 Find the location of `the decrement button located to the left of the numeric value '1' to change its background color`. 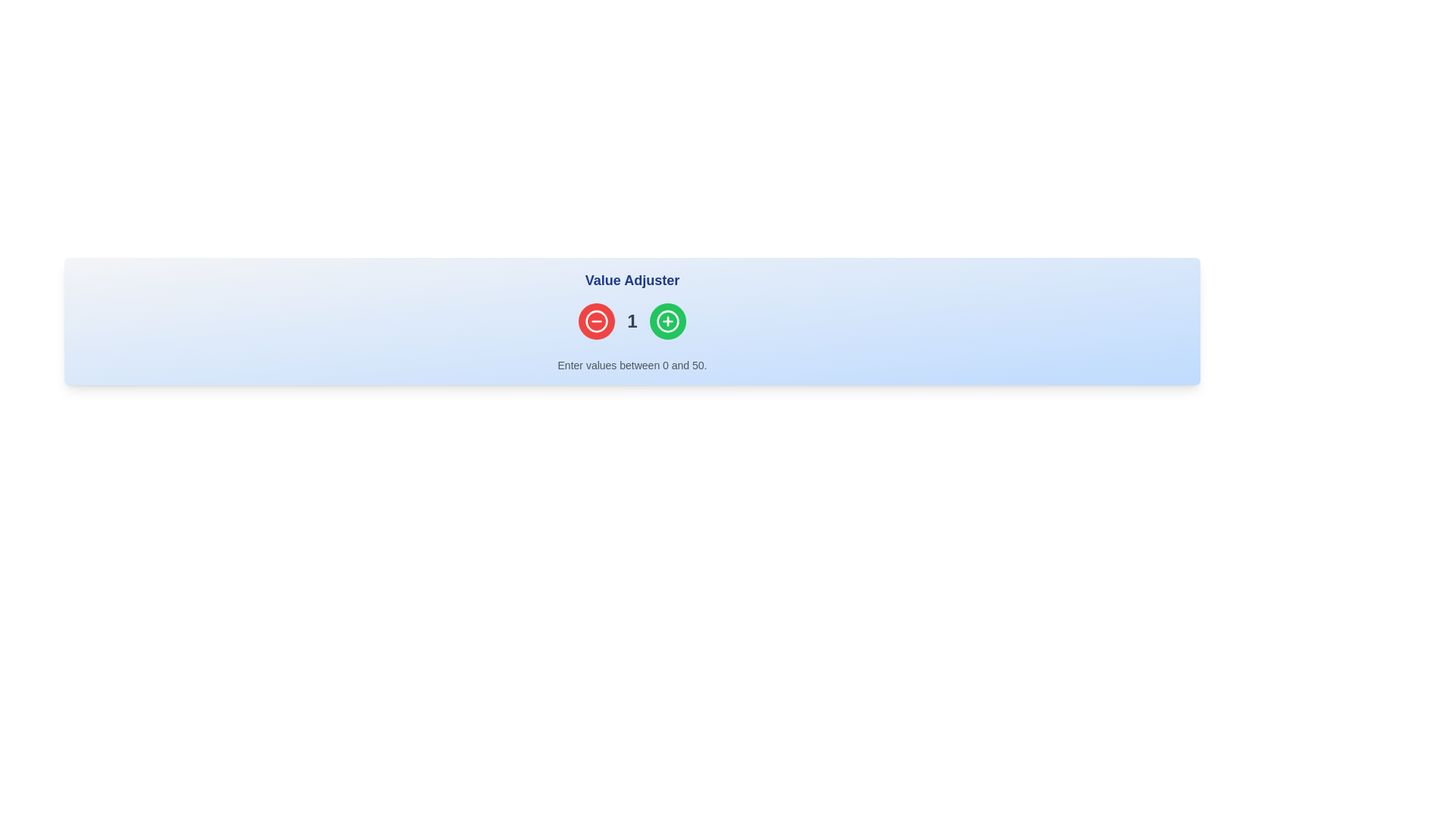

the decrement button located to the left of the numeric value '1' to change its background color is located at coordinates (596, 321).